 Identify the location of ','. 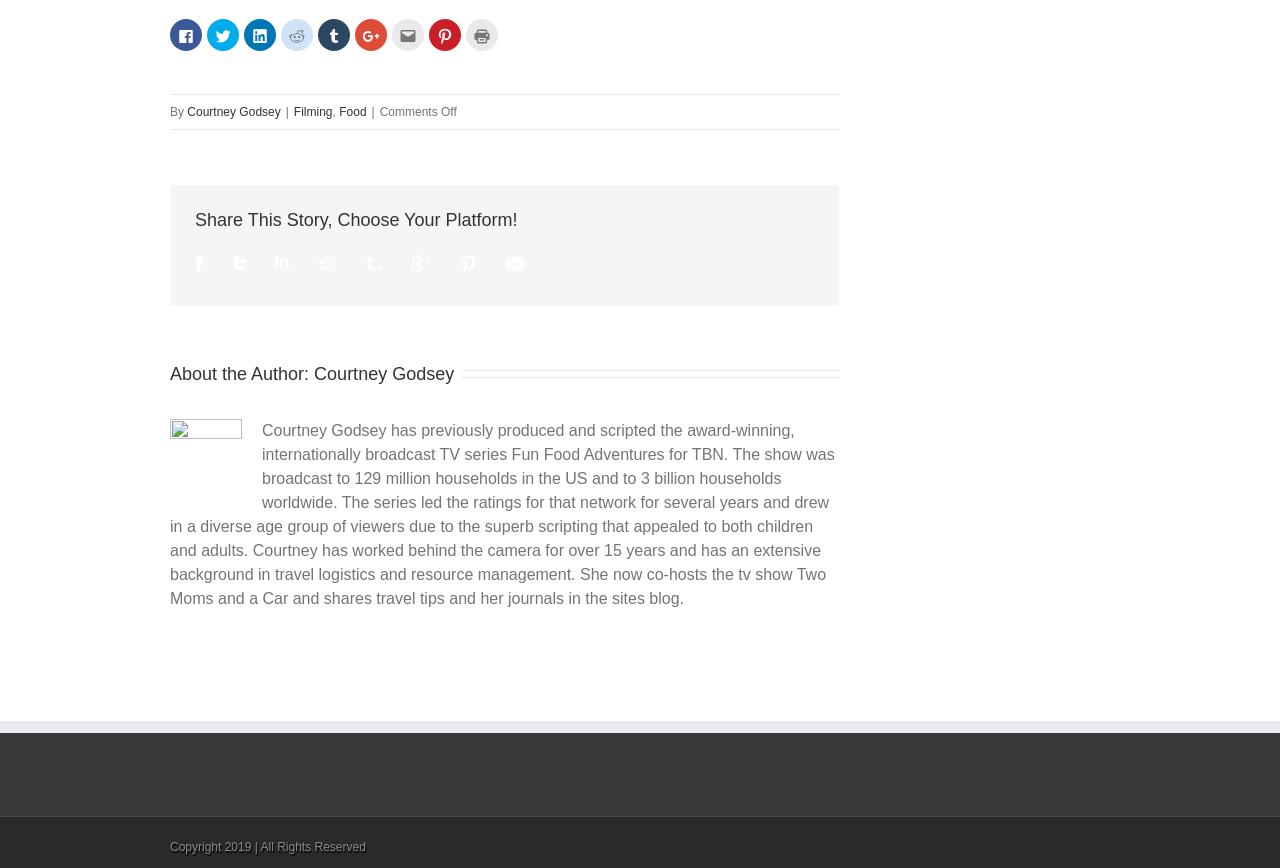
(335, 111).